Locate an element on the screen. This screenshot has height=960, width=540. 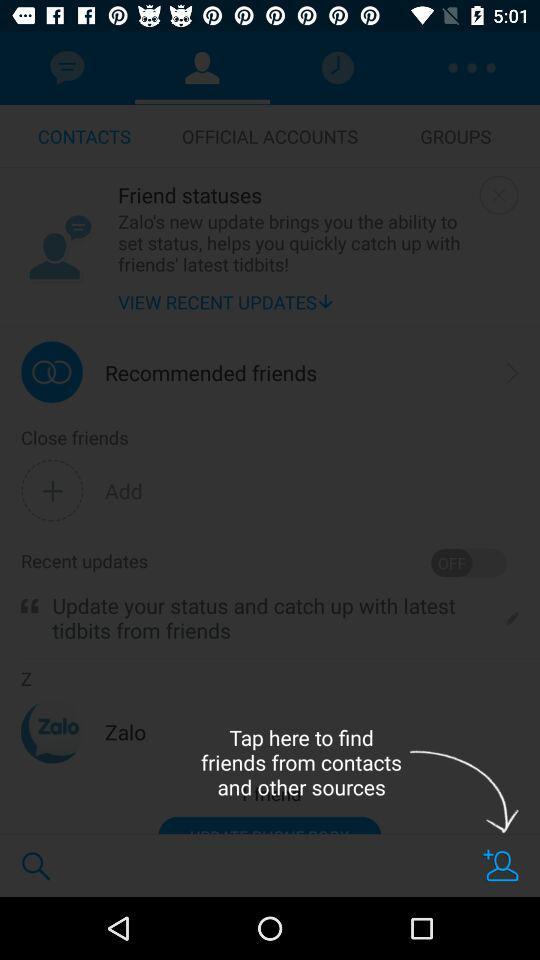
the item above update your status is located at coordinates (468, 563).